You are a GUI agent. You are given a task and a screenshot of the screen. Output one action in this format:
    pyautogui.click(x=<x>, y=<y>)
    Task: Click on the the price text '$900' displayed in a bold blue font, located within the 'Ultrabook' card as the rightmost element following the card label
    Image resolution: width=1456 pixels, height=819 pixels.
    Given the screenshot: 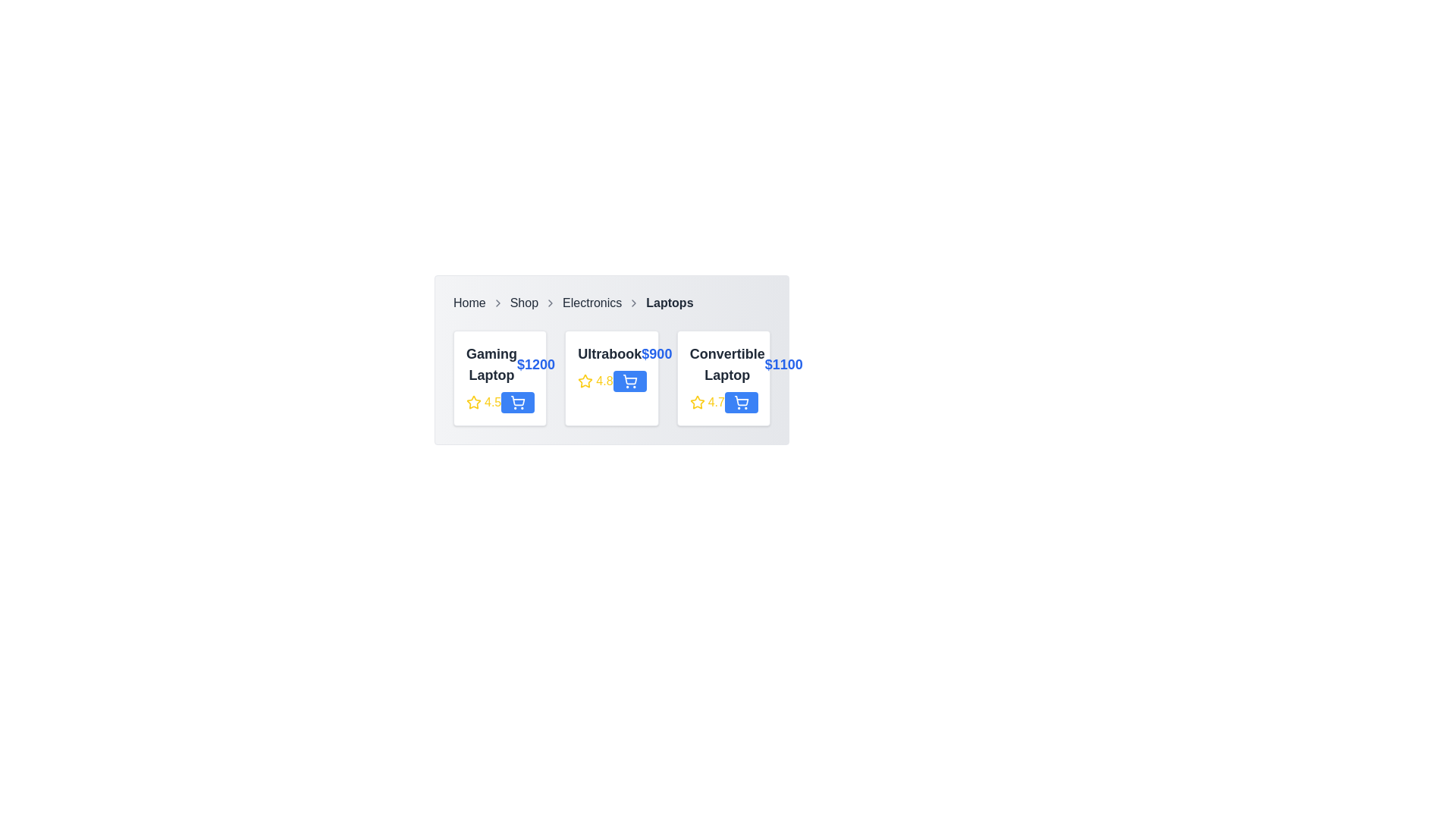 What is the action you would take?
    pyautogui.click(x=657, y=353)
    